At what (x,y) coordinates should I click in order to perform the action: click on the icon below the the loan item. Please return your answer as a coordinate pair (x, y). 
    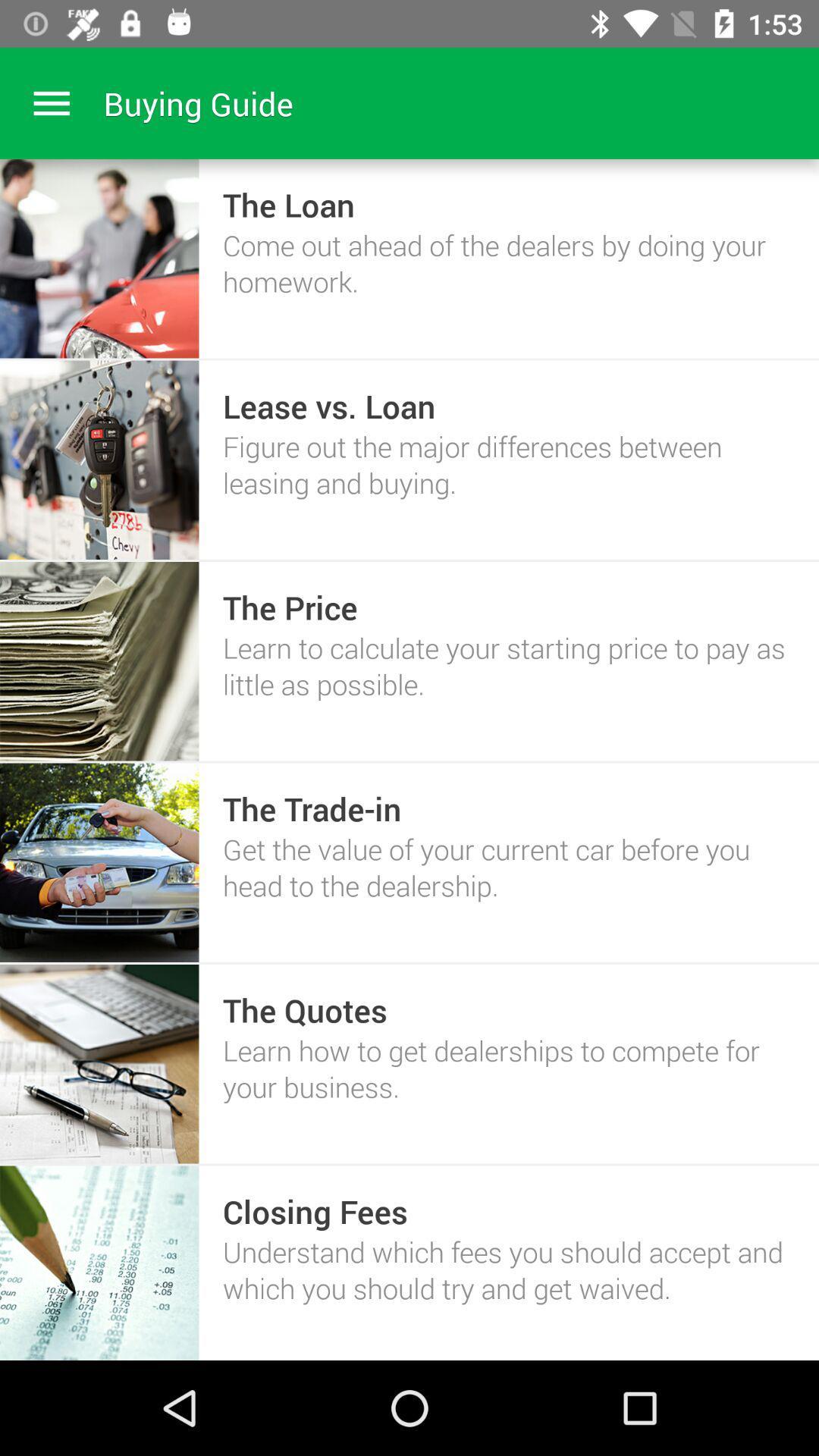
    Looking at the image, I should click on (509, 263).